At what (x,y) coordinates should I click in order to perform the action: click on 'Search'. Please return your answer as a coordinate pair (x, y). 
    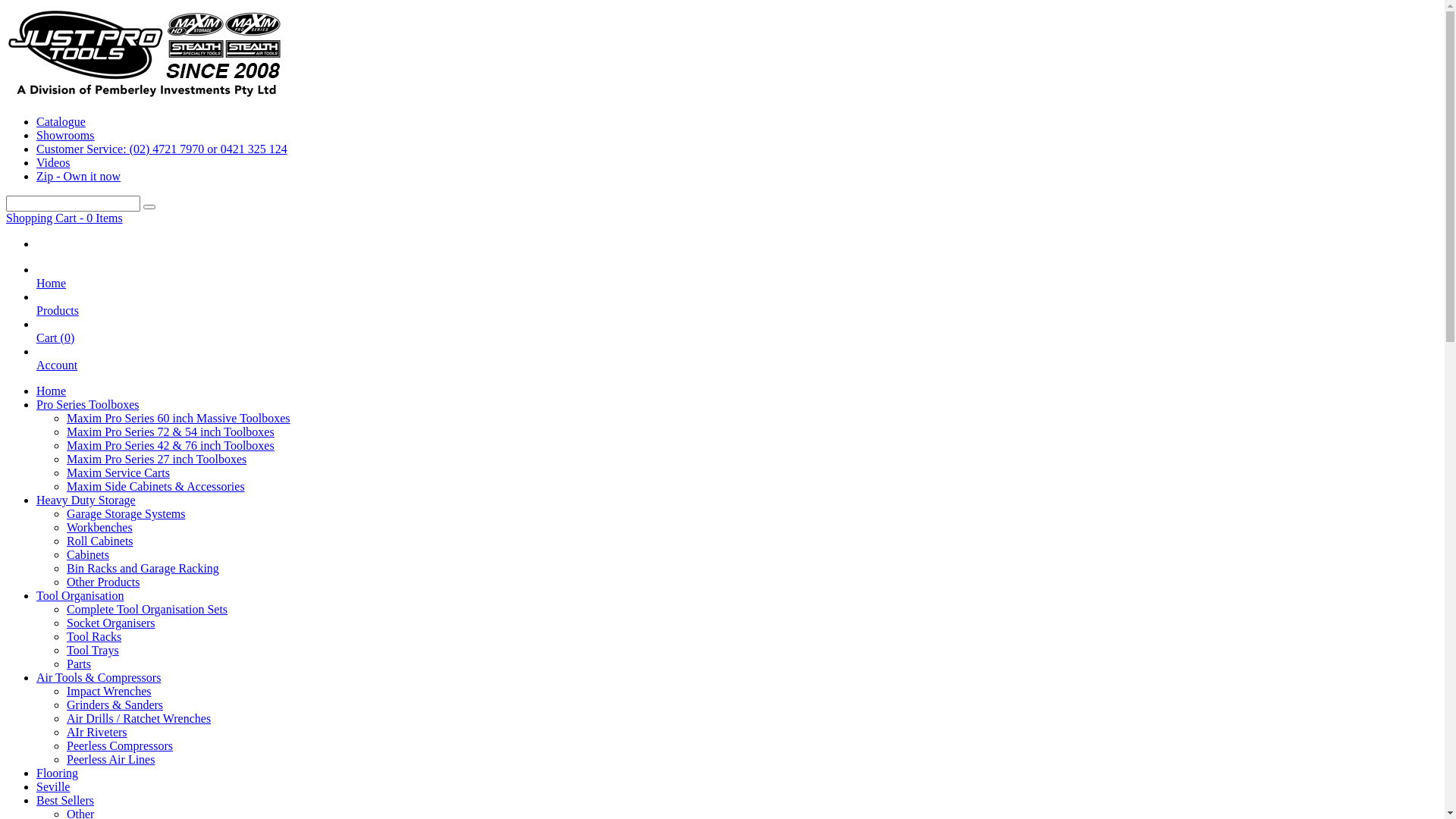
    Looking at the image, I should click on (149, 207).